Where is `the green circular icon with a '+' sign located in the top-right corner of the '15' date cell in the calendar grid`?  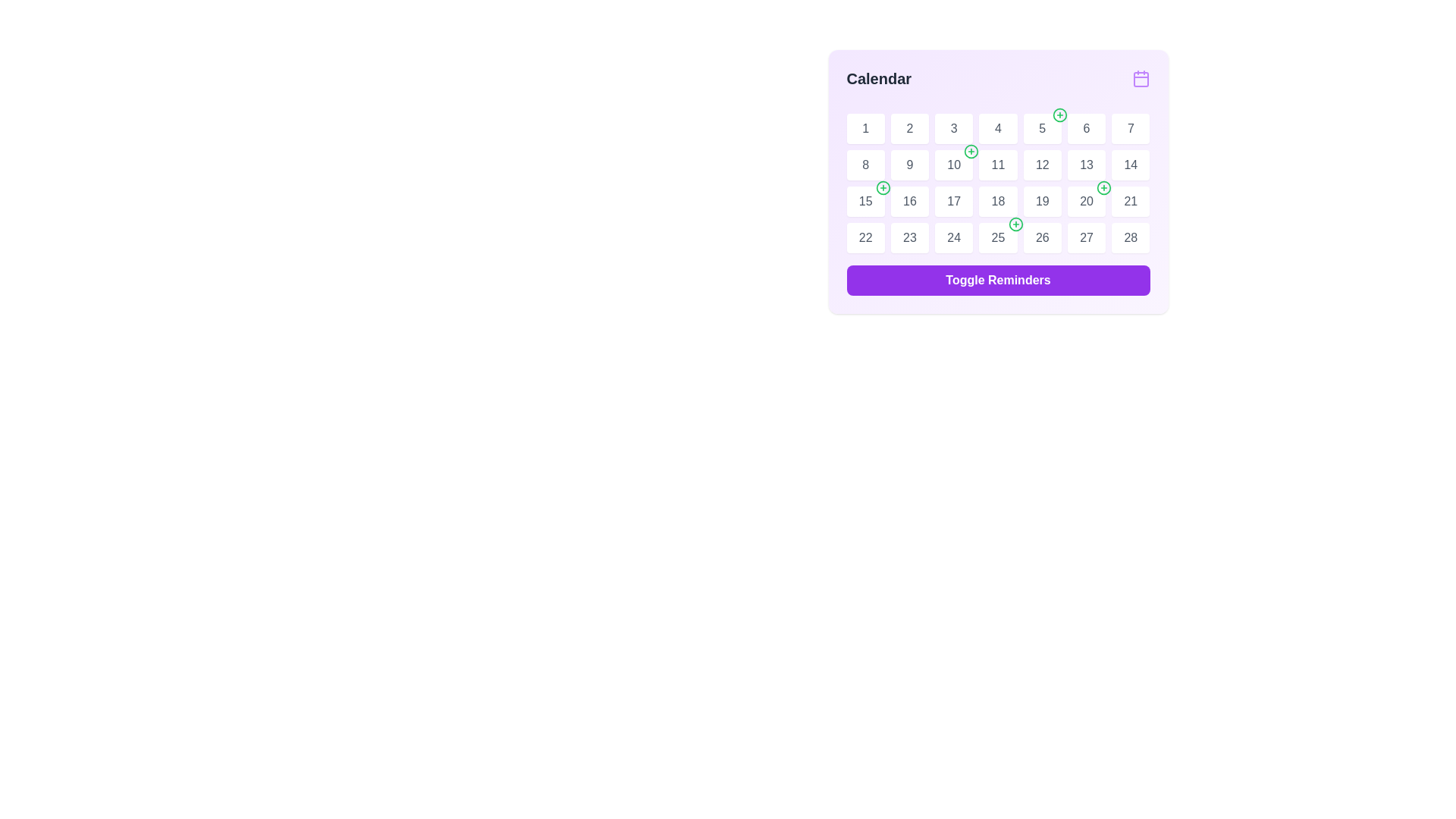 the green circular icon with a '+' sign located in the top-right corner of the '15' date cell in the calendar grid is located at coordinates (883, 187).